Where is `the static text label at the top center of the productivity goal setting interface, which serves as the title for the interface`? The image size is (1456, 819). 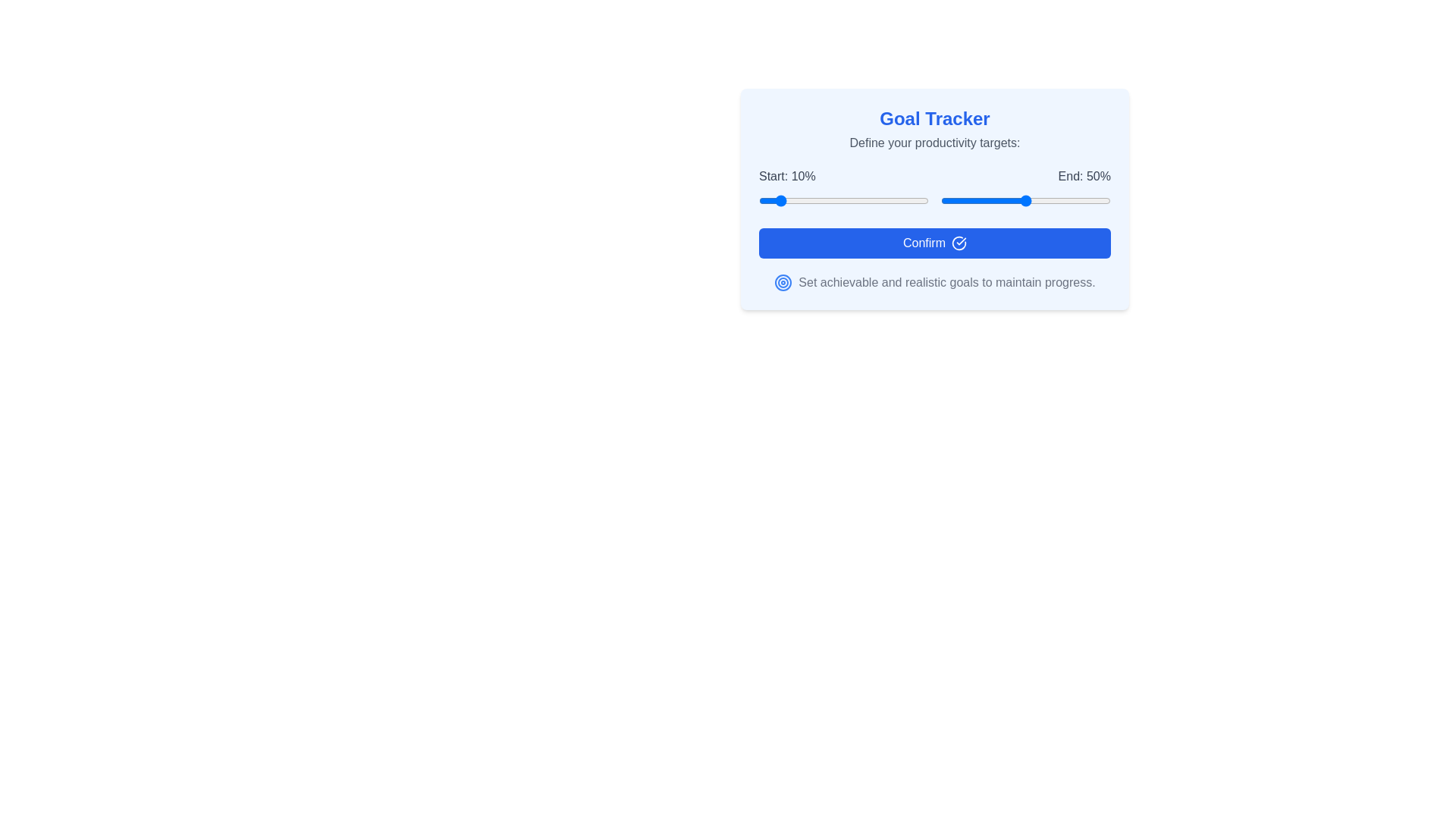
the static text label at the top center of the productivity goal setting interface, which serves as the title for the interface is located at coordinates (934, 118).